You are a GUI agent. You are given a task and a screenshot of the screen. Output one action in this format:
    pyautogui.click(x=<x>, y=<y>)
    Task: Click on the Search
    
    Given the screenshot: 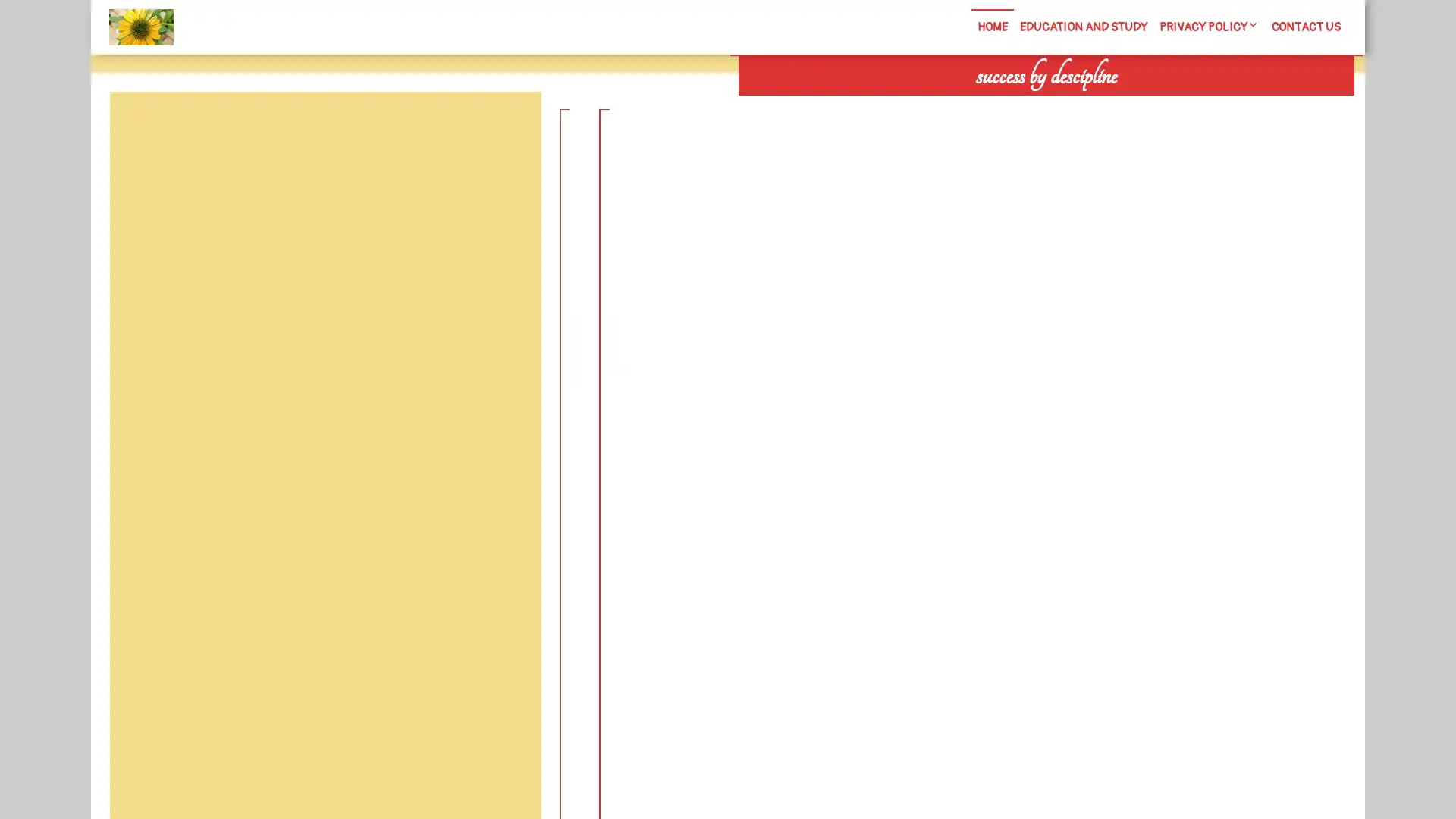 What is the action you would take?
    pyautogui.click(x=506, y=127)
    